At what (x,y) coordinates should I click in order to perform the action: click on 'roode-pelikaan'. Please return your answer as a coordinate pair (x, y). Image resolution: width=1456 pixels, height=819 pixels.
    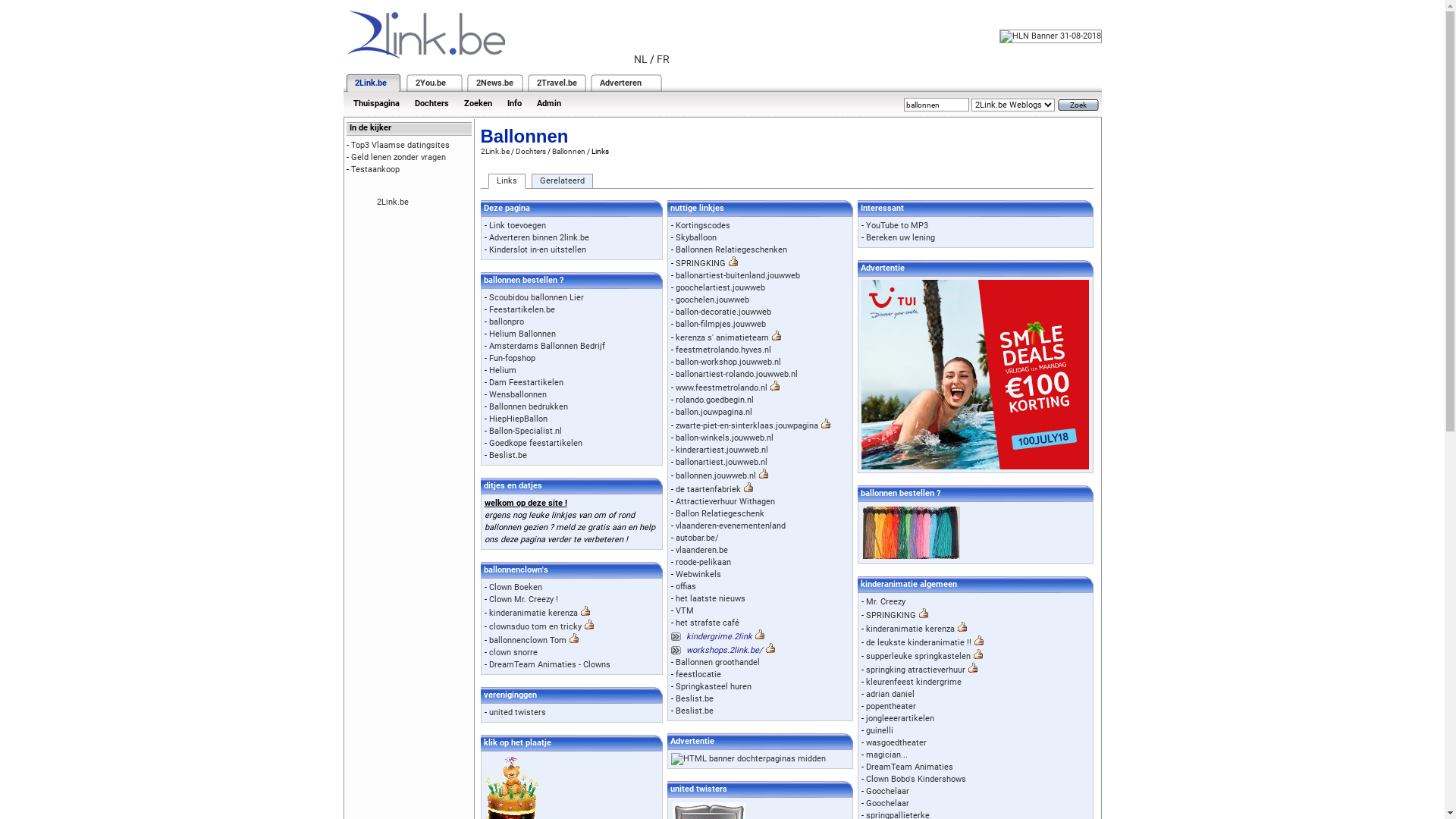
    Looking at the image, I should click on (702, 562).